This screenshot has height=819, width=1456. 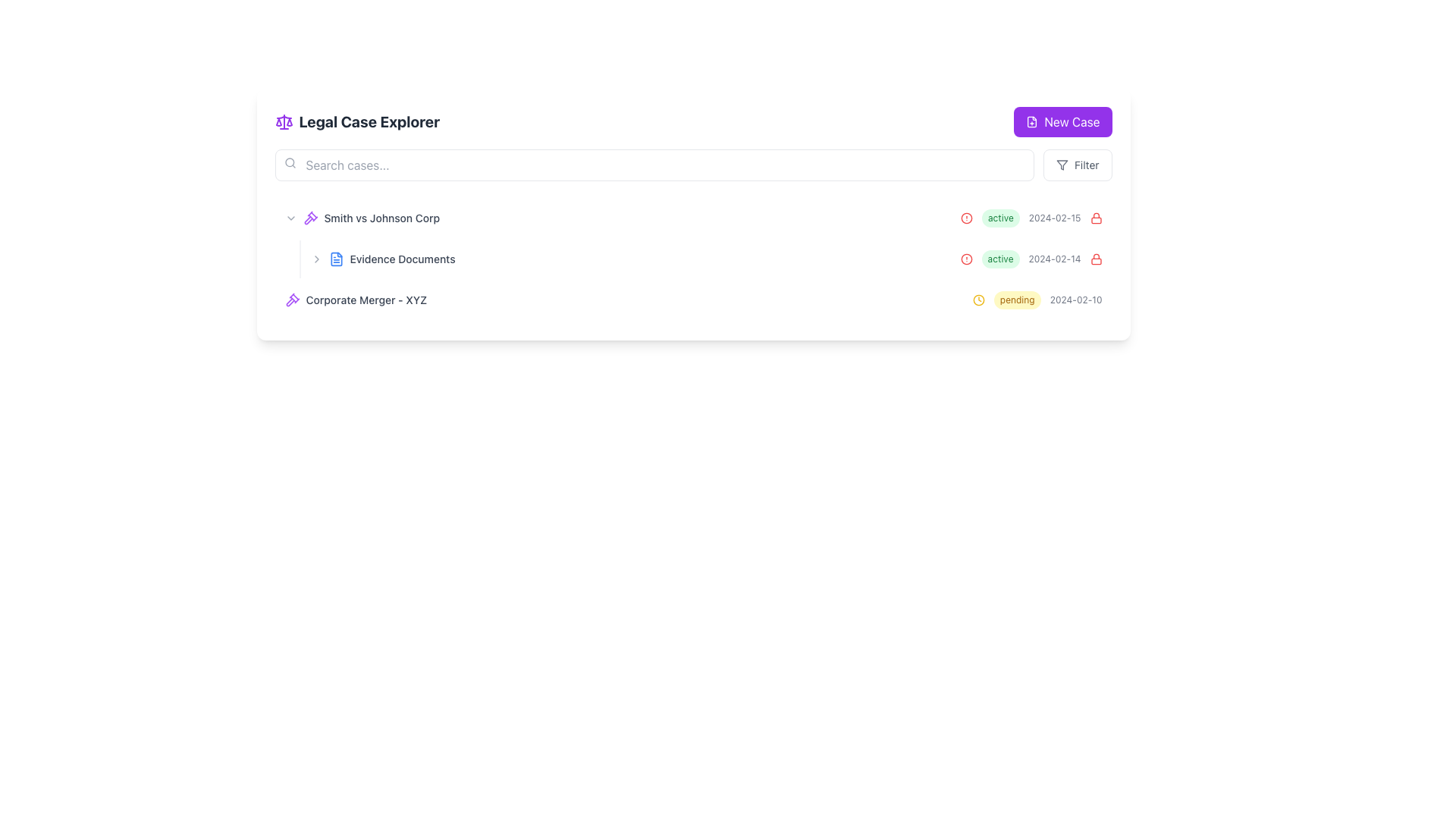 What do you see at coordinates (1086, 165) in the screenshot?
I see `the descriptive text label located next to the filter icon in the top-right section of the interface to potentially reveal tooltips` at bounding box center [1086, 165].